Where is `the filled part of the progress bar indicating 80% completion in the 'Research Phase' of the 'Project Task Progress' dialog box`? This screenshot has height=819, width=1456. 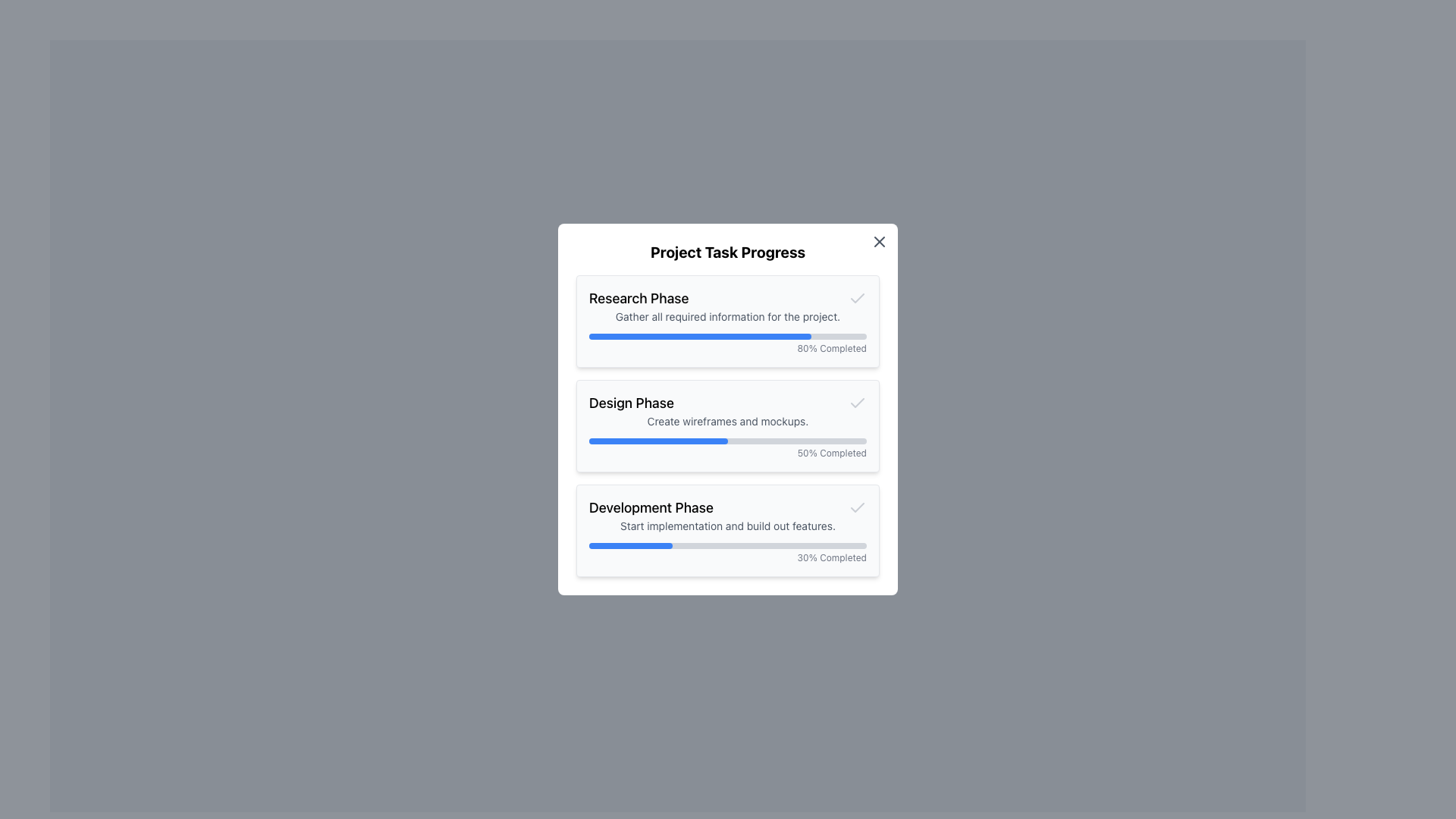 the filled part of the progress bar indicating 80% completion in the 'Research Phase' of the 'Project Task Progress' dialog box is located at coordinates (699, 335).